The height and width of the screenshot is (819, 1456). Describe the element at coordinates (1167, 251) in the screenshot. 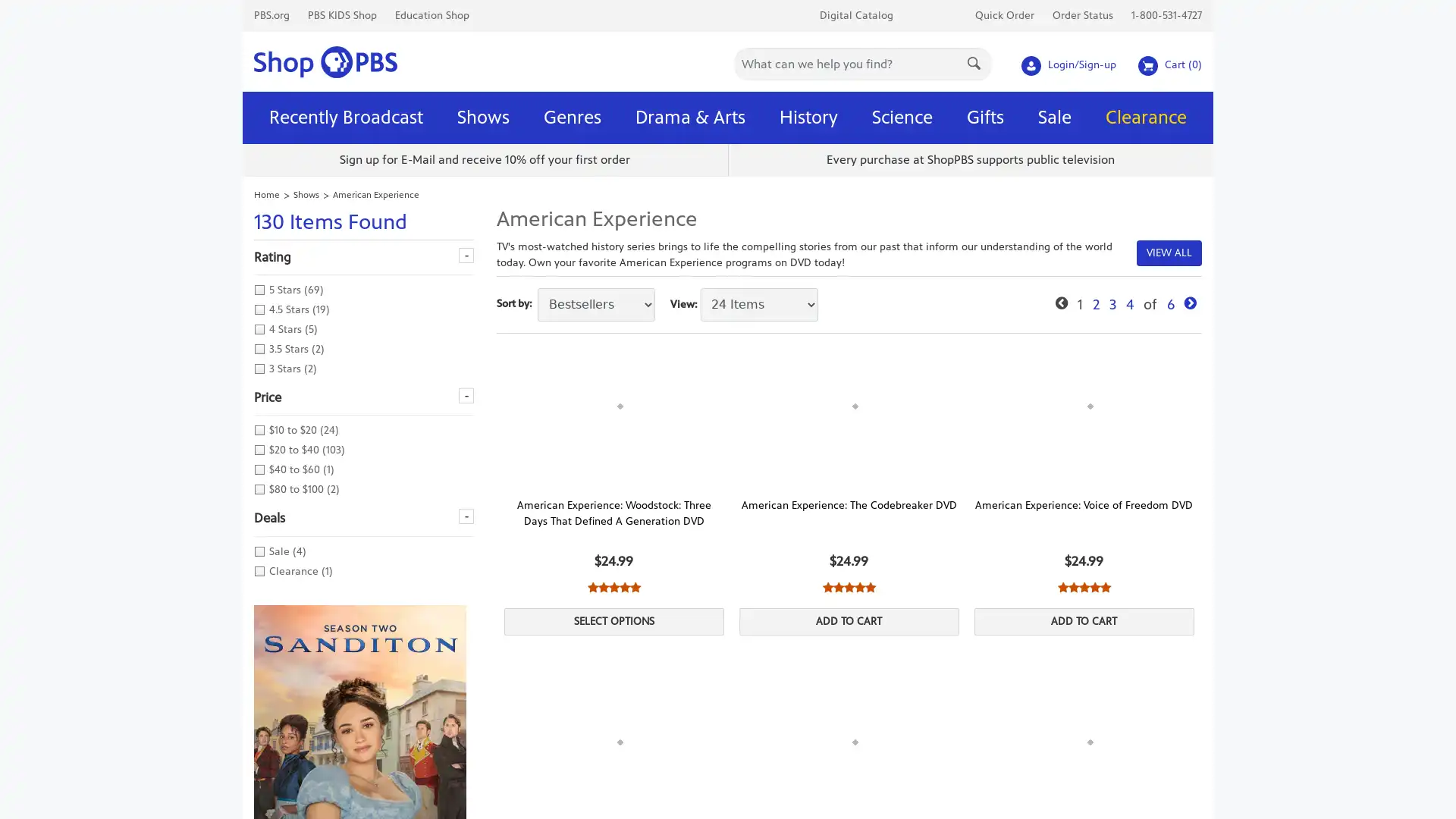

I see `VIEW ALL` at that location.